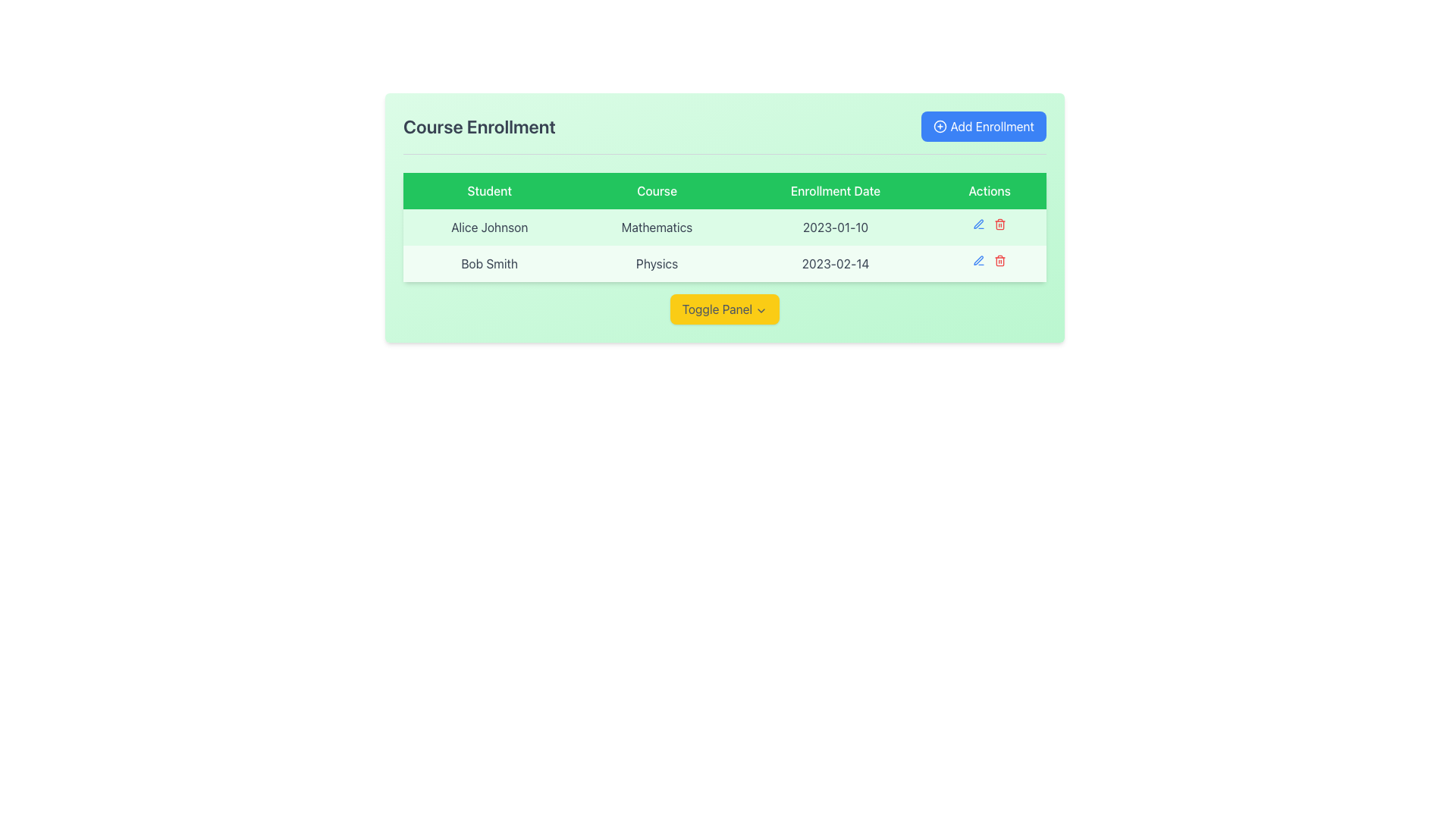 The width and height of the screenshot is (1456, 819). What do you see at coordinates (1000, 259) in the screenshot?
I see `the delete icon button in the 'Actions' column of the second row under 'Course Enrollment'` at bounding box center [1000, 259].